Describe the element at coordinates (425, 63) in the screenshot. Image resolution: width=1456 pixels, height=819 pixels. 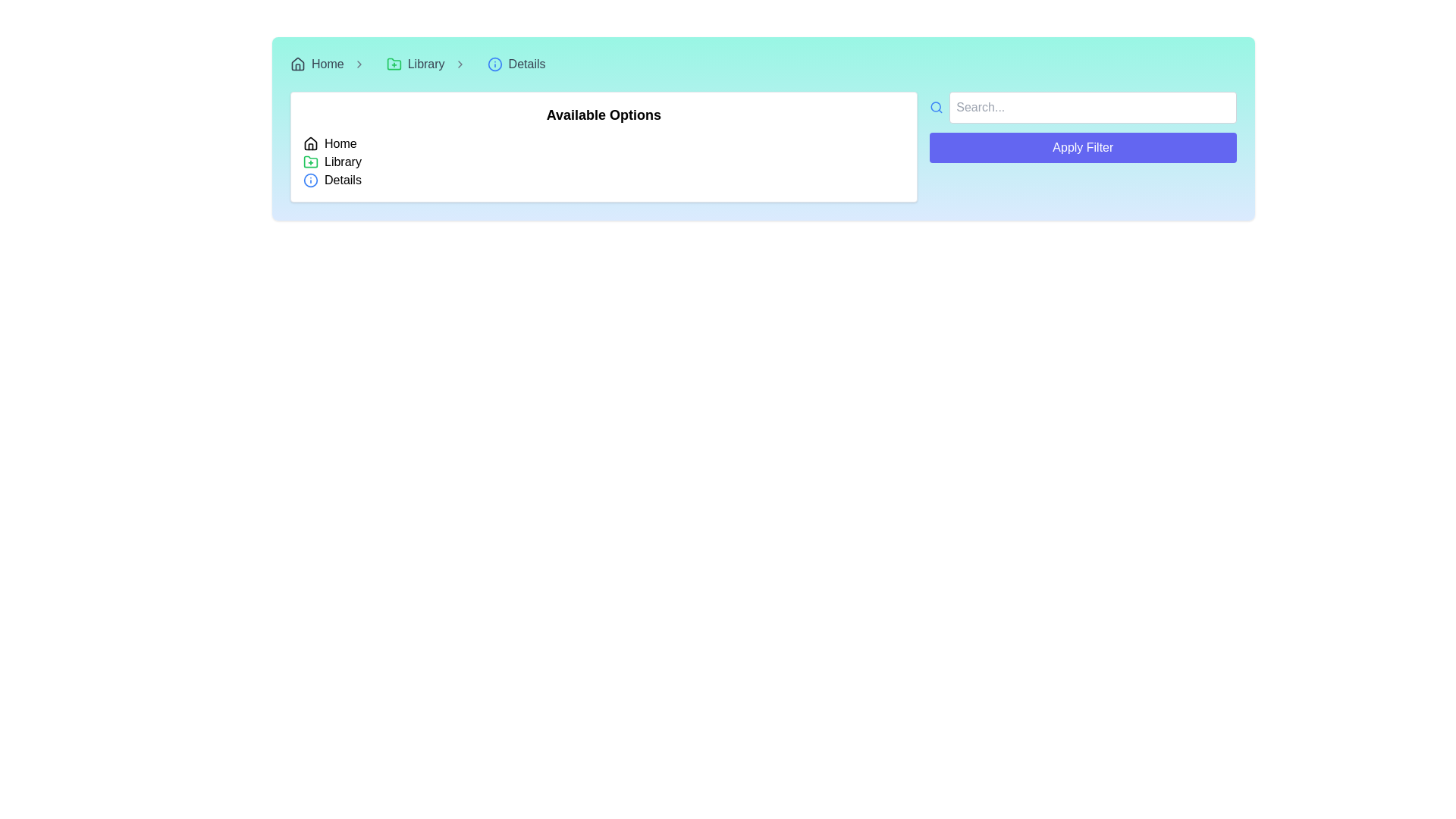
I see `the 'Library' text label within the breadcrumb navigation bar` at that location.